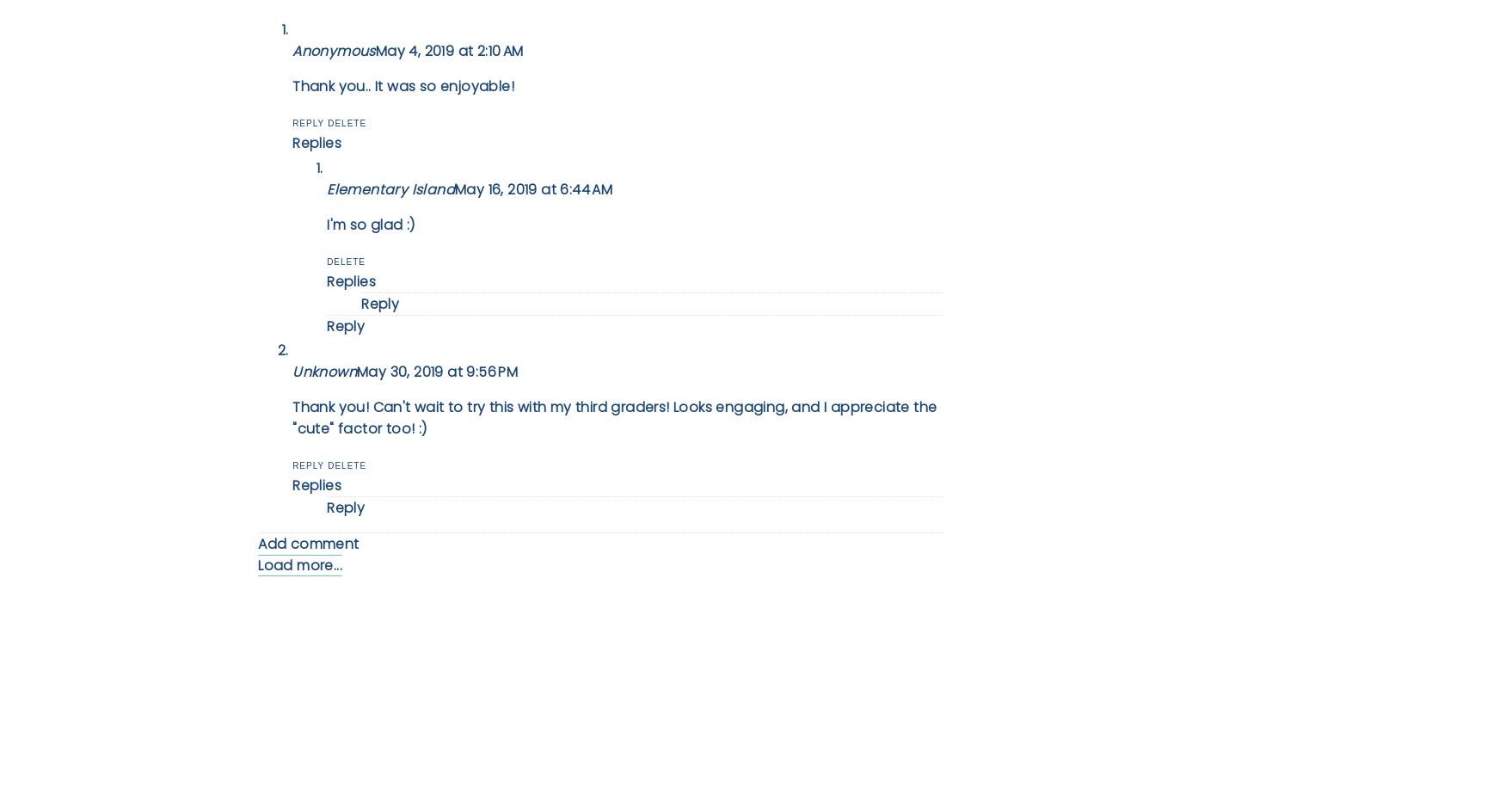  Describe the element at coordinates (292, 417) in the screenshot. I see `'Thank you! Can't wait to try this with my third graders!  Looks engaging, and I appreciate the "cute" factor too! :)'` at that location.